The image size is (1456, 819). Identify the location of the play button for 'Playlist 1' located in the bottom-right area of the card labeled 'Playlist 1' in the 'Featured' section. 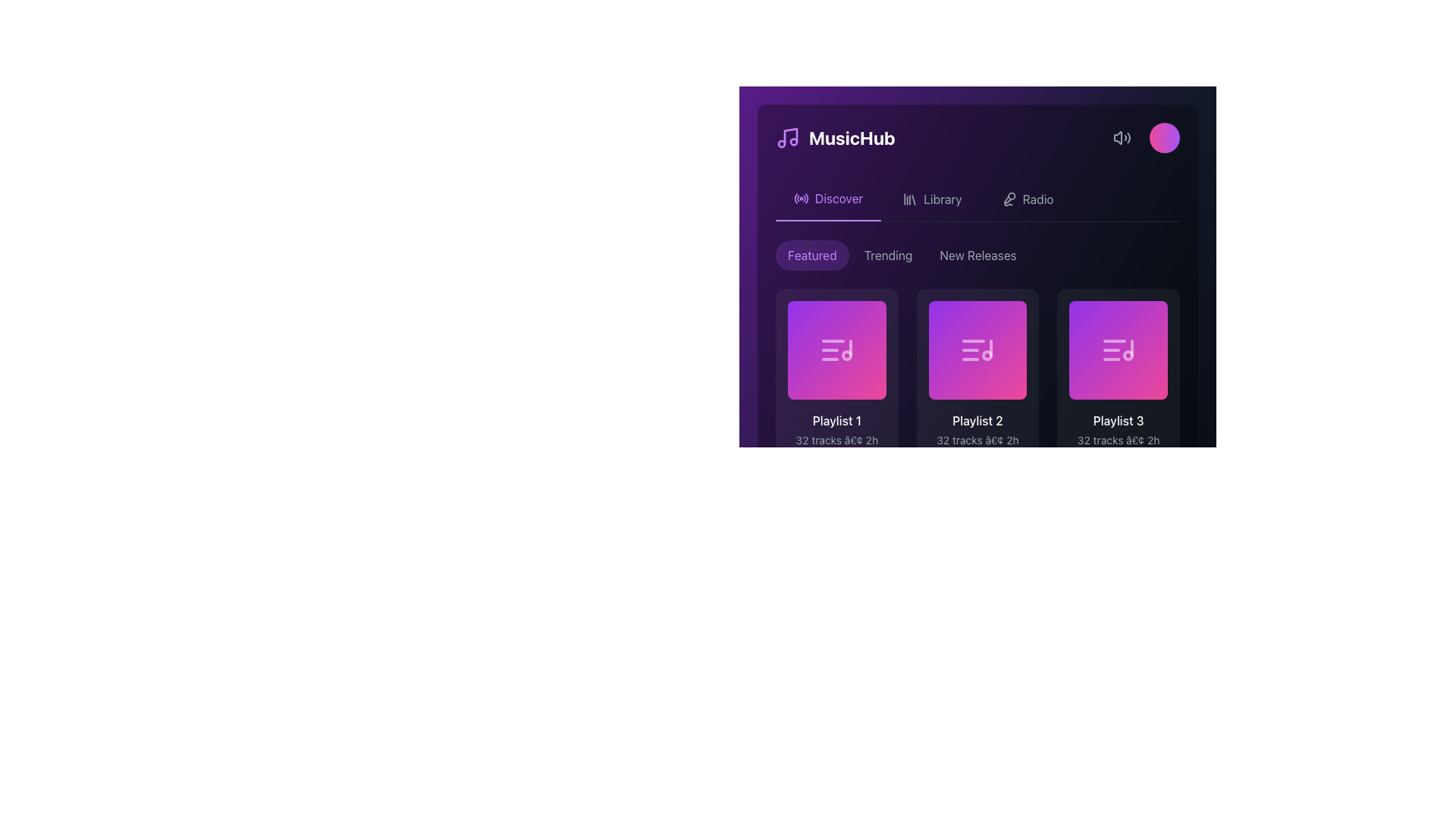
(855, 362).